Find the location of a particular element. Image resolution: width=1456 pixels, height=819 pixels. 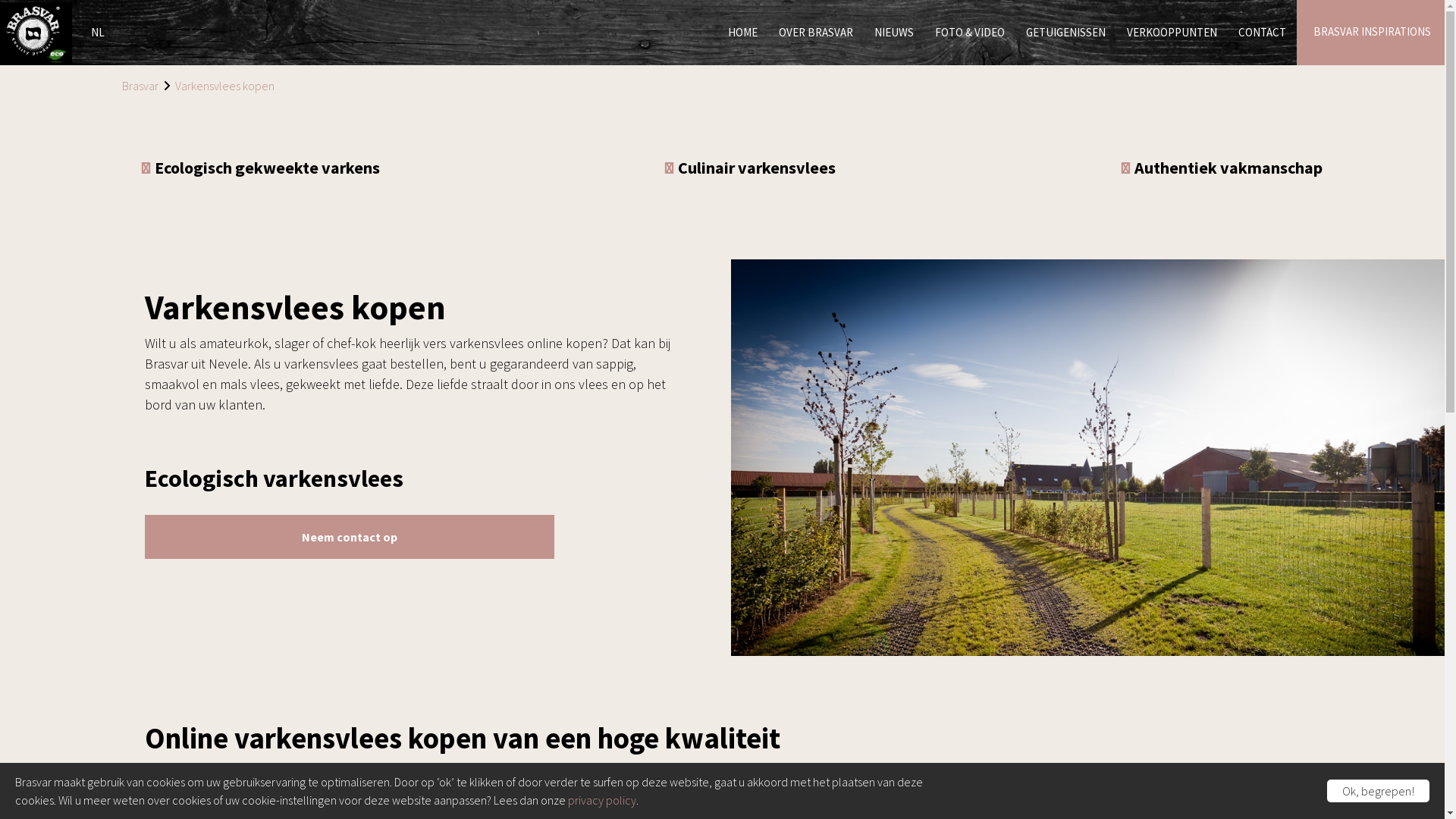

'BRASVAR INSPIRATIONS' is located at coordinates (1295, 32).